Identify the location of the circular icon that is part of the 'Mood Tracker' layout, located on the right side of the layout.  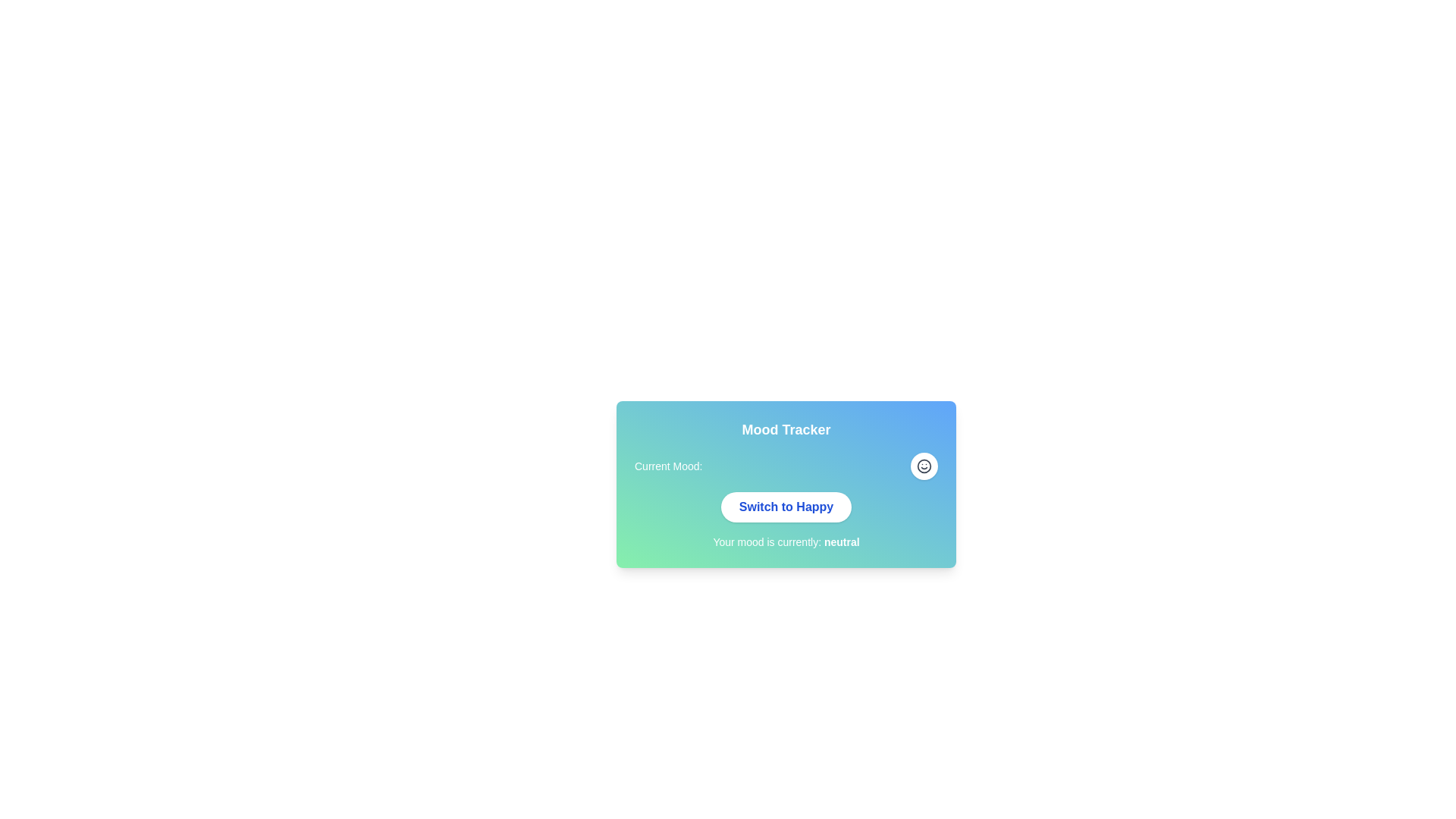
(924, 465).